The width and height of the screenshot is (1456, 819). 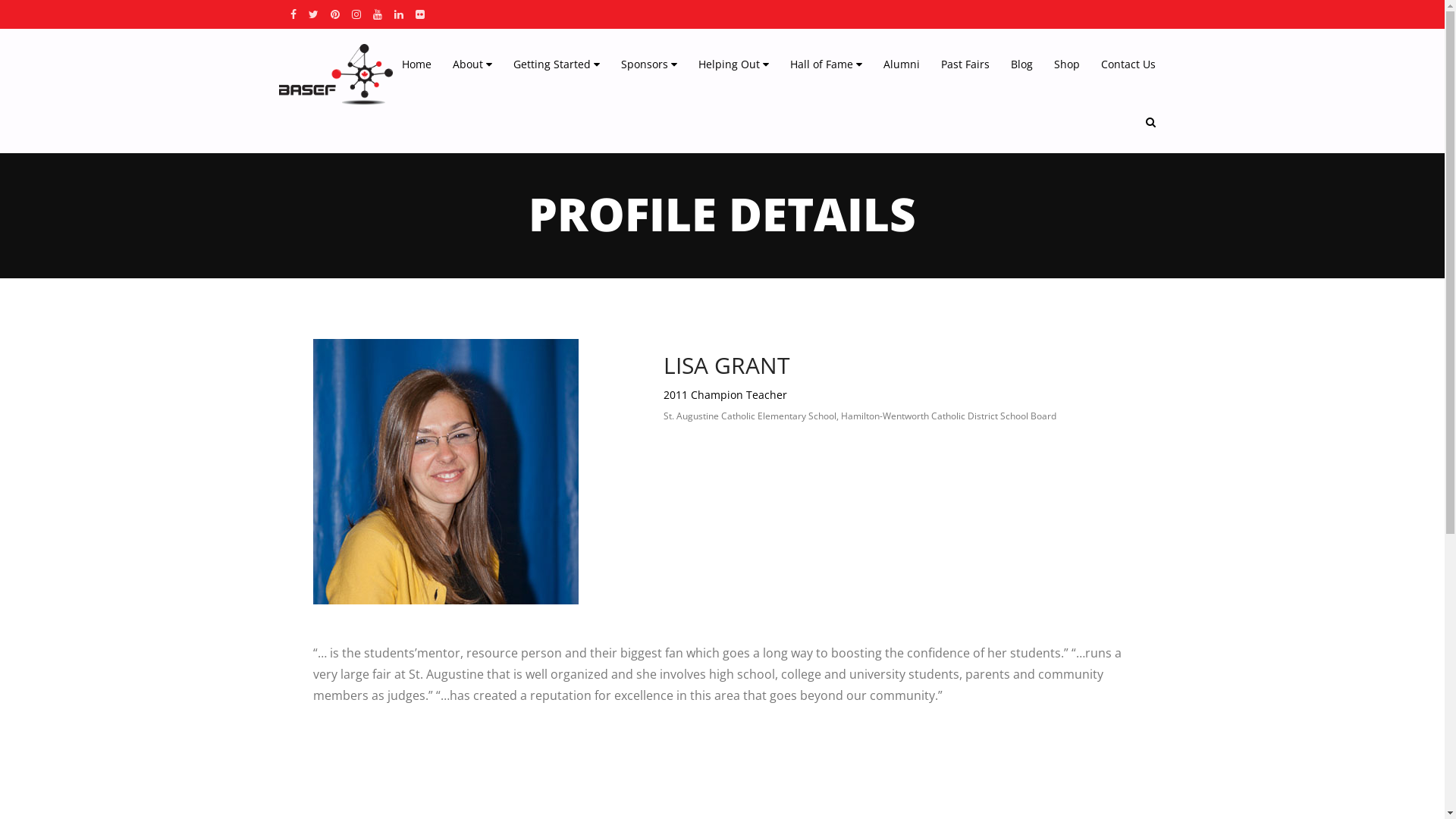 What do you see at coordinates (964, 63) in the screenshot?
I see `'Past Fairs'` at bounding box center [964, 63].